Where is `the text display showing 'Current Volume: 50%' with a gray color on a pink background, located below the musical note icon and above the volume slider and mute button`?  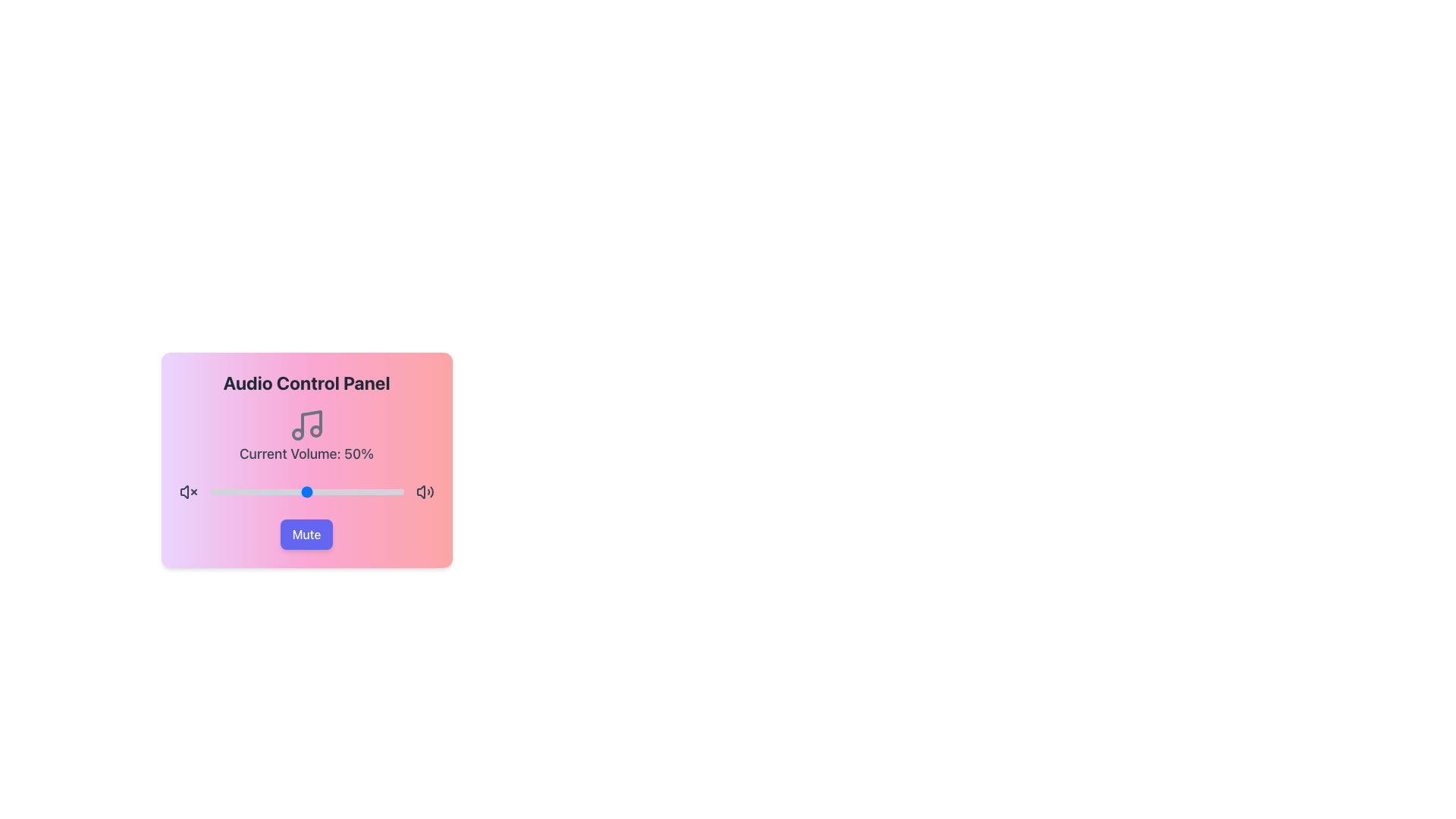
the text display showing 'Current Volume: 50%' with a gray color on a pink background, located below the musical note icon and above the volume slider and mute button is located at coordinates (306, 453).